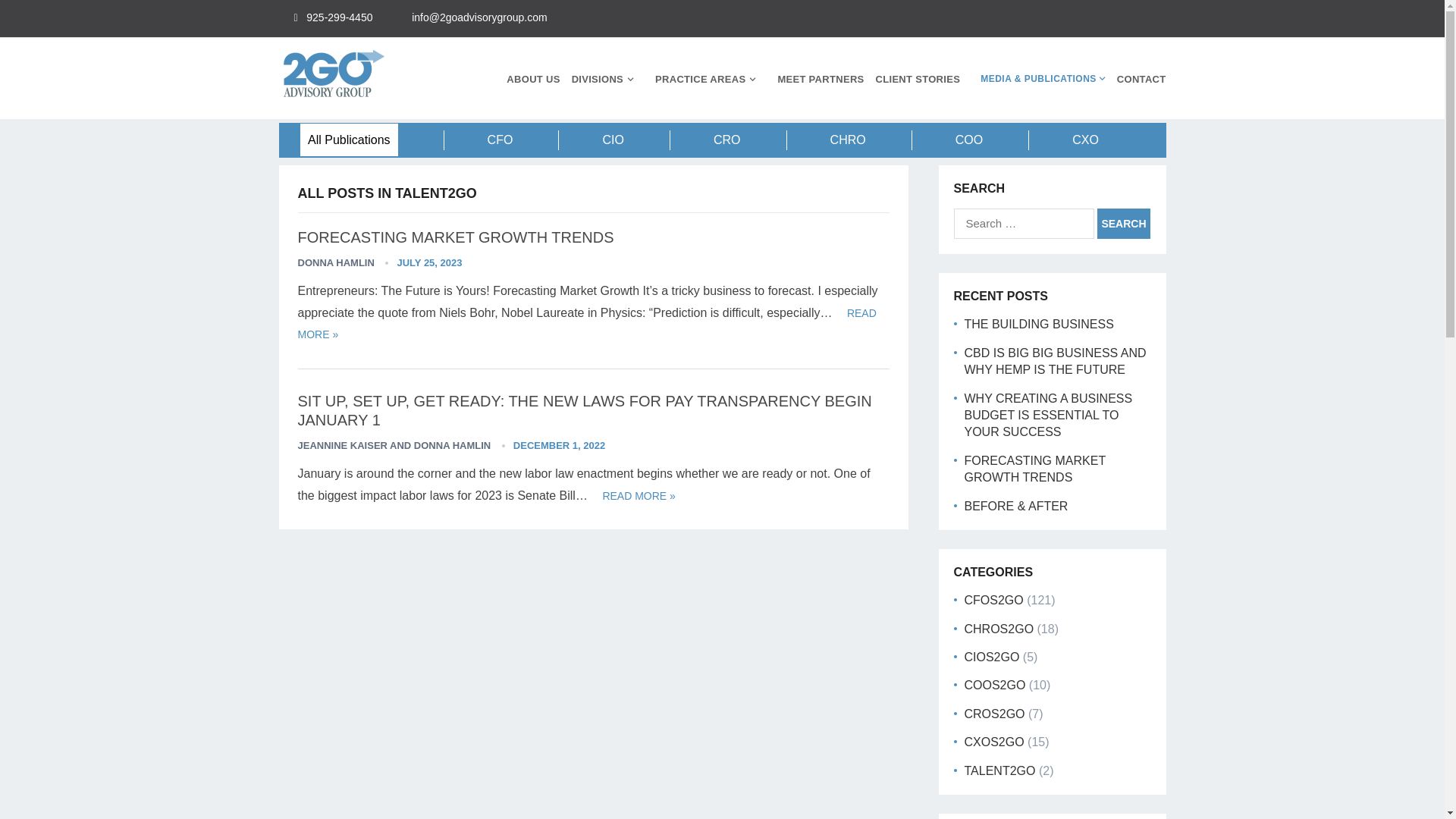  Describe the element at coordinates (777, 79) in the screenshot. I see `'MEET PARTNERS'` at that location.